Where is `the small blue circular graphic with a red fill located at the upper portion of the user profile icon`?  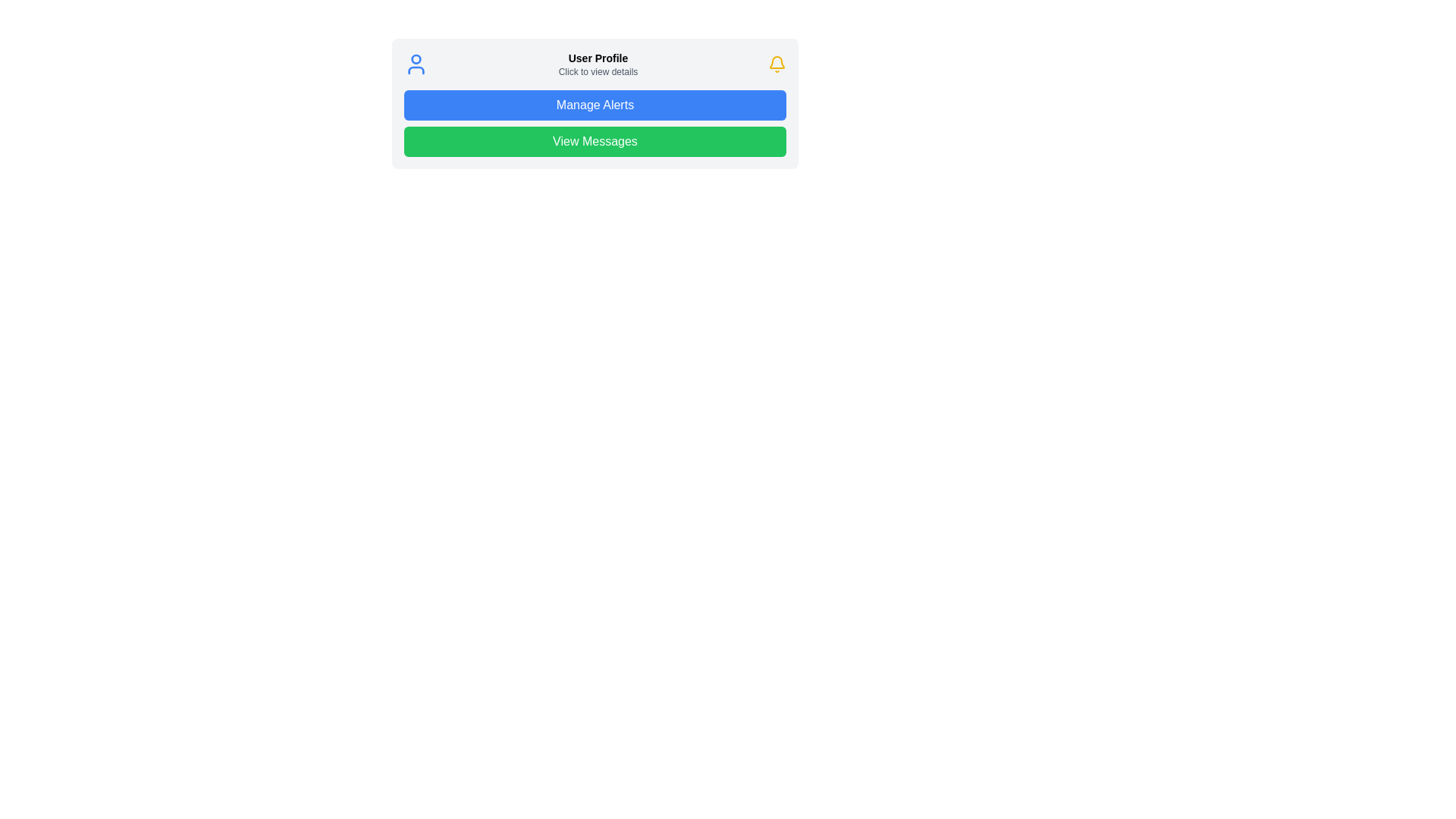 the small blue circular graphic with a red fill located at the upper portion of the user profile icon is located at coordinates (416, 58).